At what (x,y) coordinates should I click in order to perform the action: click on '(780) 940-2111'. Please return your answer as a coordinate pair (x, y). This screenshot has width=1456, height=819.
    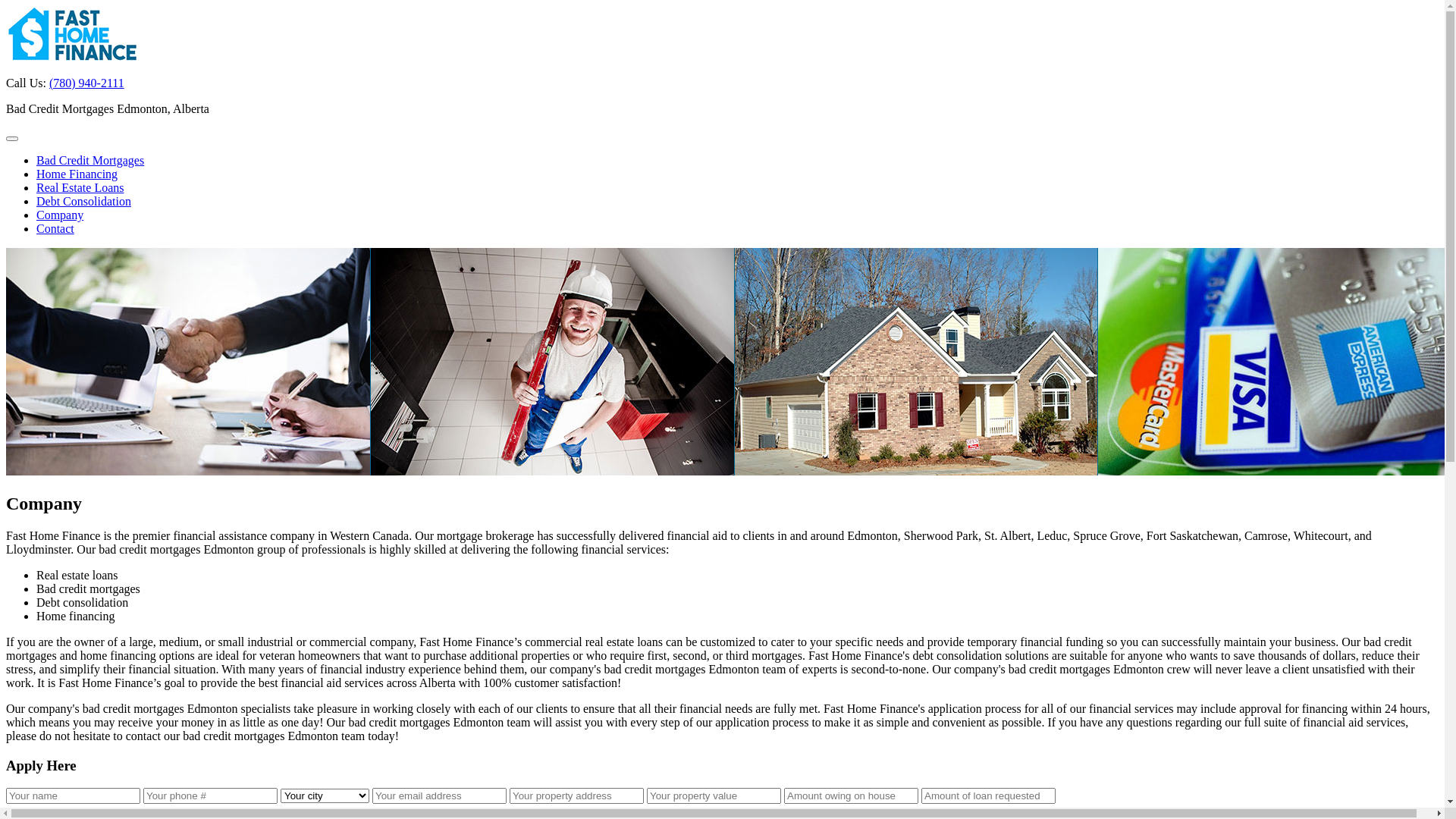
    Looking at the image, I should click on (49, 83).